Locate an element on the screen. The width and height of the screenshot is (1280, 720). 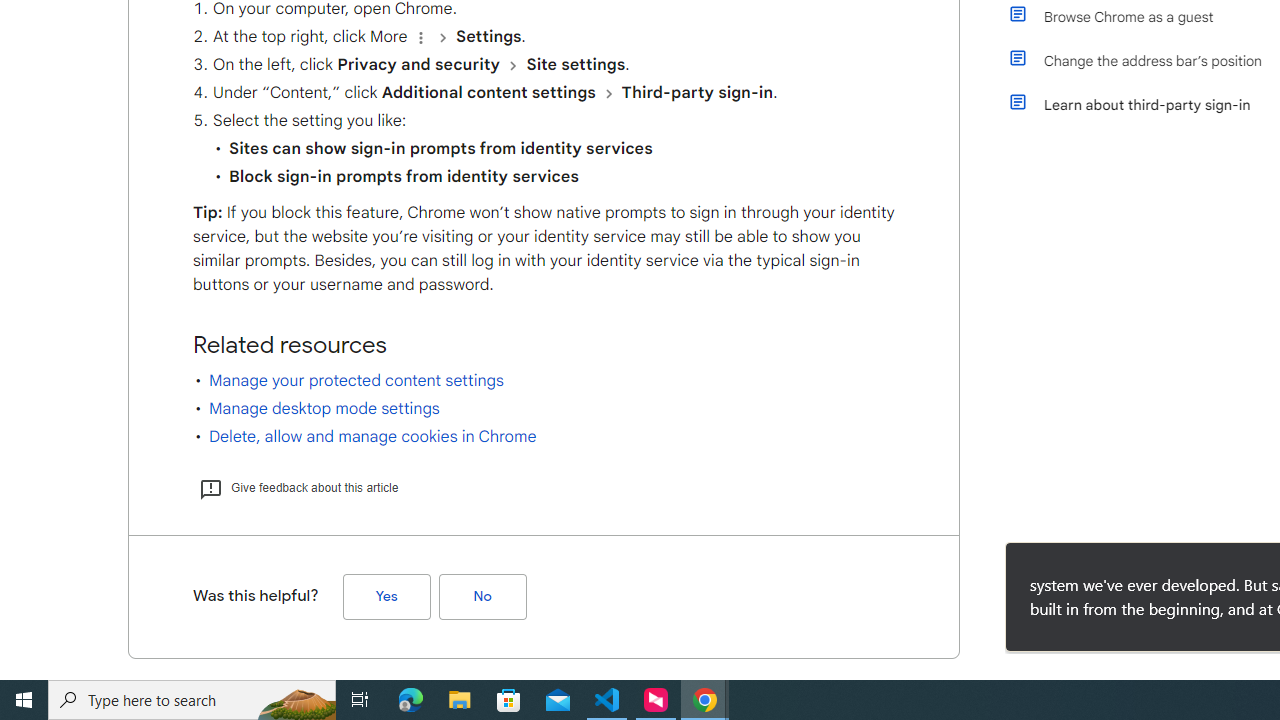
'Delete, allow and manage cookies in Chrome' is located at coordinates (373, 436).